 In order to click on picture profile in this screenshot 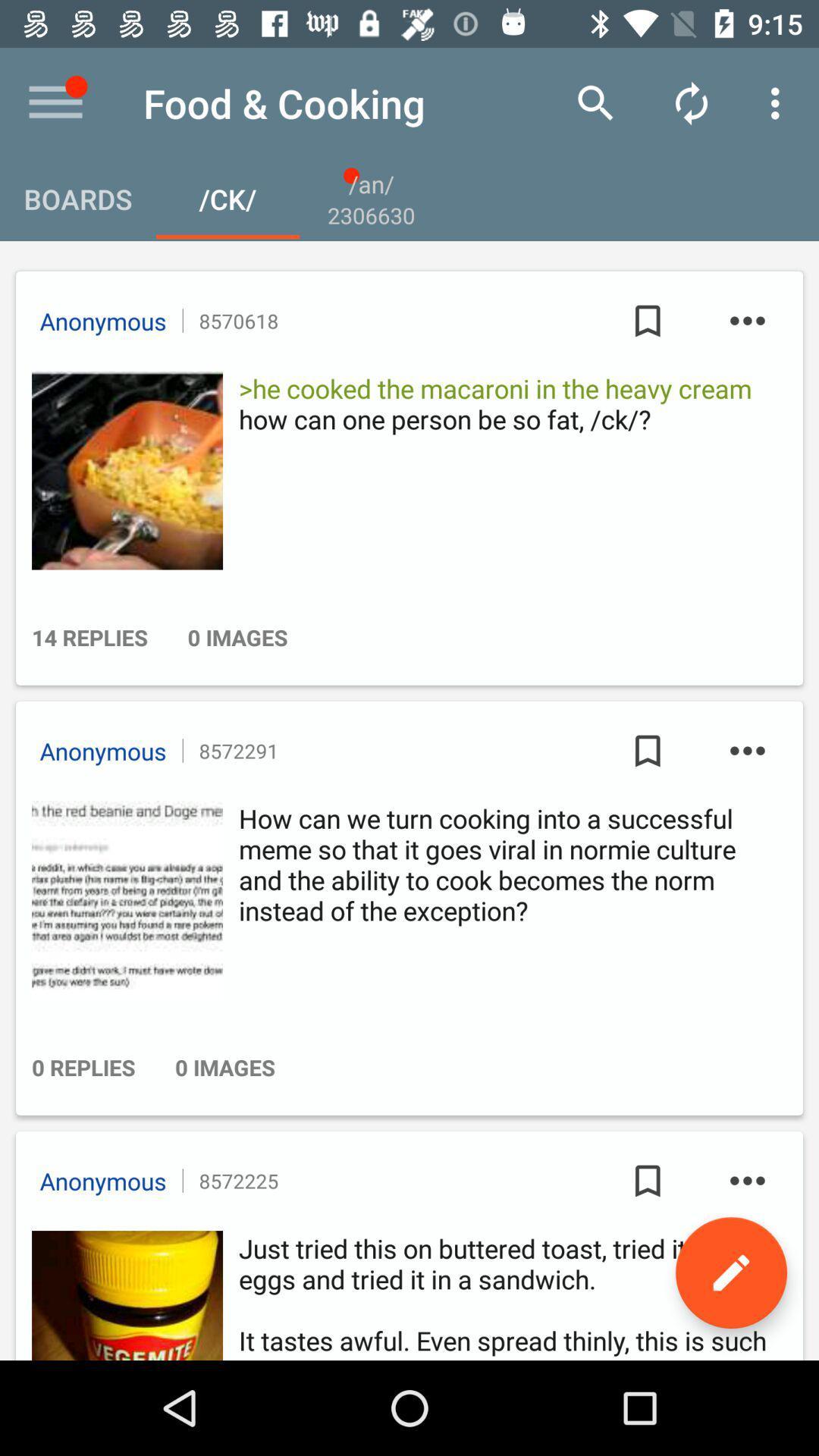, I will do `click(122, 469)`.